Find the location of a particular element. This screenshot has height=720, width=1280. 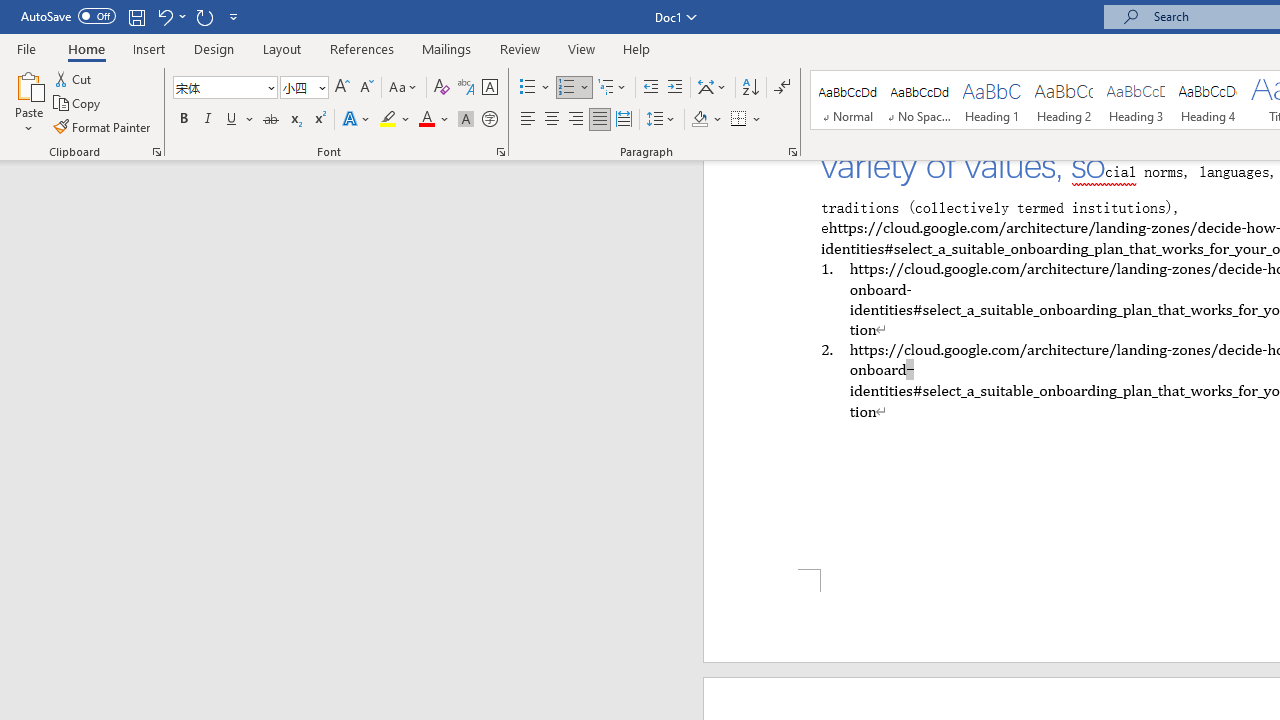

'Review' is located at coordinates (520, 48).